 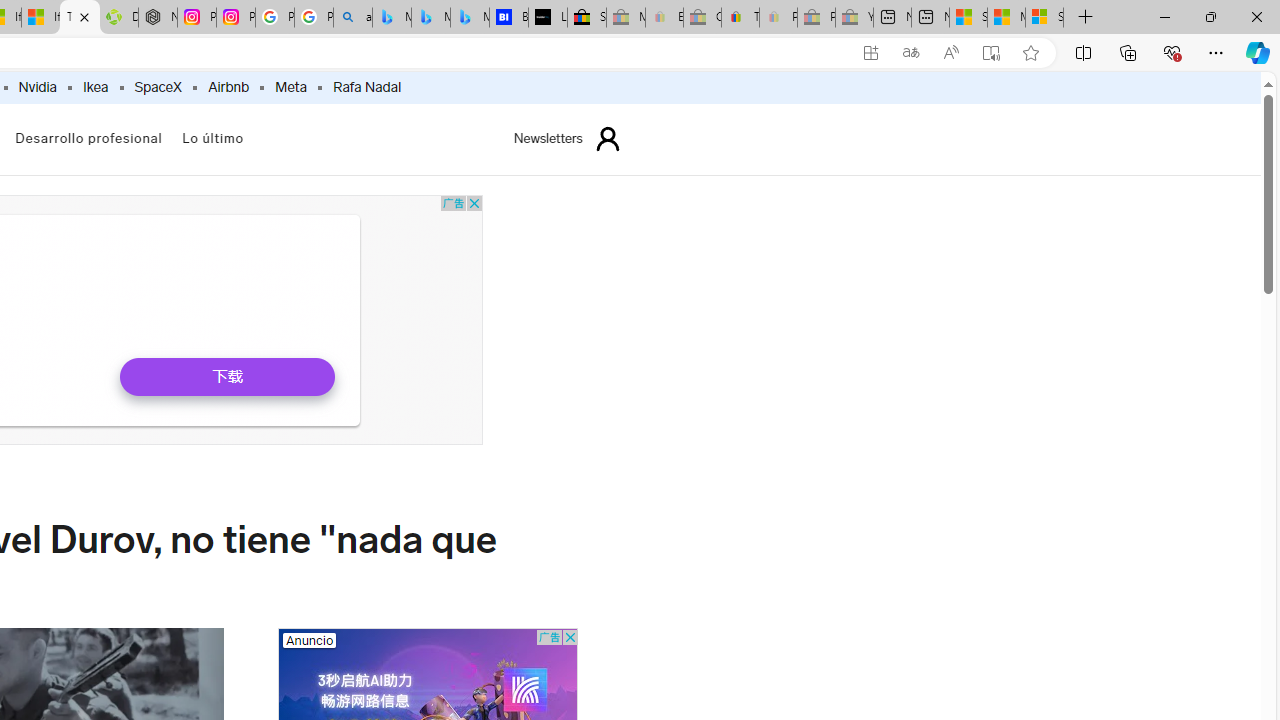 What do you see at coordinates (37, 87) in the screenshot?
I see `'Nvidia'` at bounding box center [37, 87].